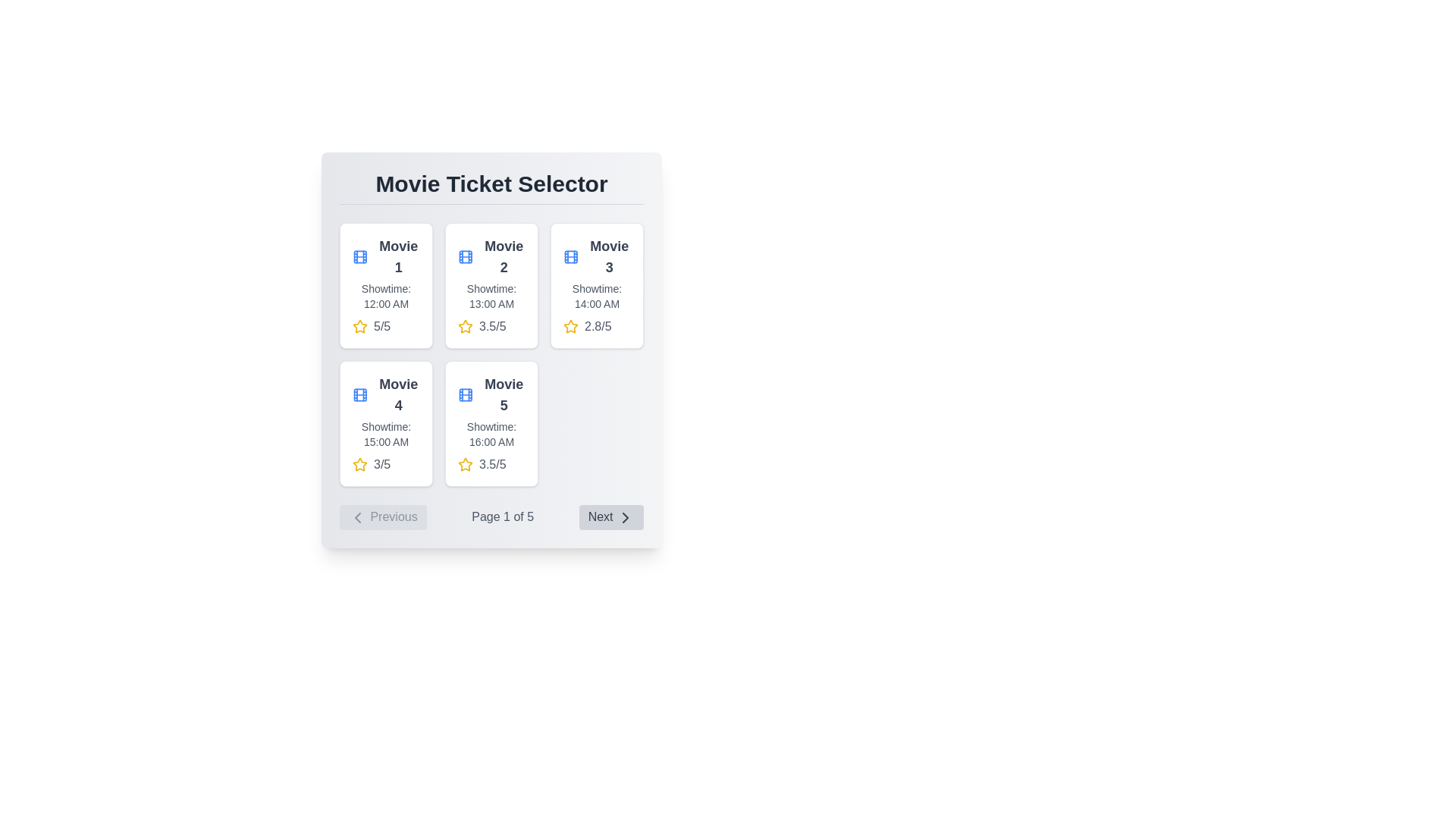 The width and height of the screenshot is (1456, 819). I want to click on the 'Next' navigation icon located in the bottom-right area of the visible main panel, which indicates the functionality for forward navigation, so click(626, 516).